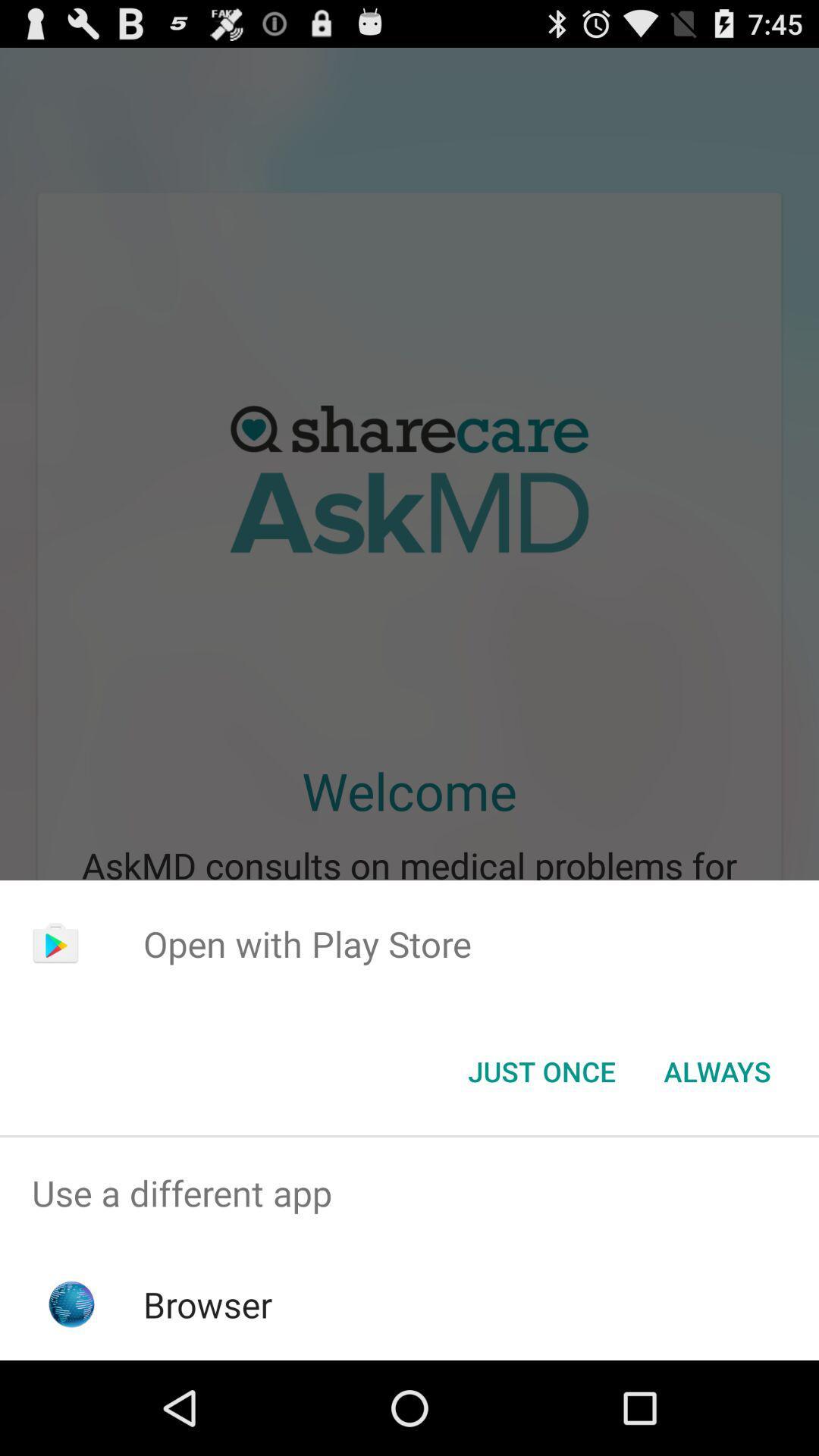 This screenshot has width=819, height=1456. Describe the element at coordinates (717, 1070) in the screenshot. I see `button to the right of the just once item` at that location.